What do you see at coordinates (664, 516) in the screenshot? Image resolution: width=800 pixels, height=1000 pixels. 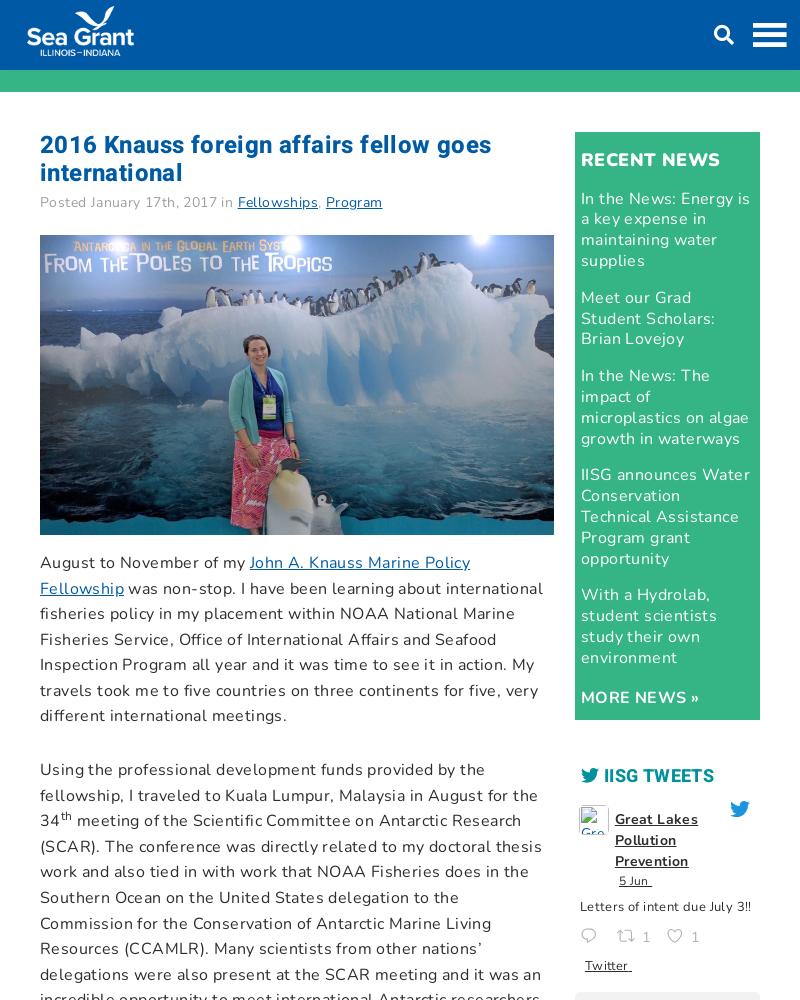 I see `'IISG announces Water Conservation Technical Assistance Program grant opportunity'` at bounding box center [664, 516].